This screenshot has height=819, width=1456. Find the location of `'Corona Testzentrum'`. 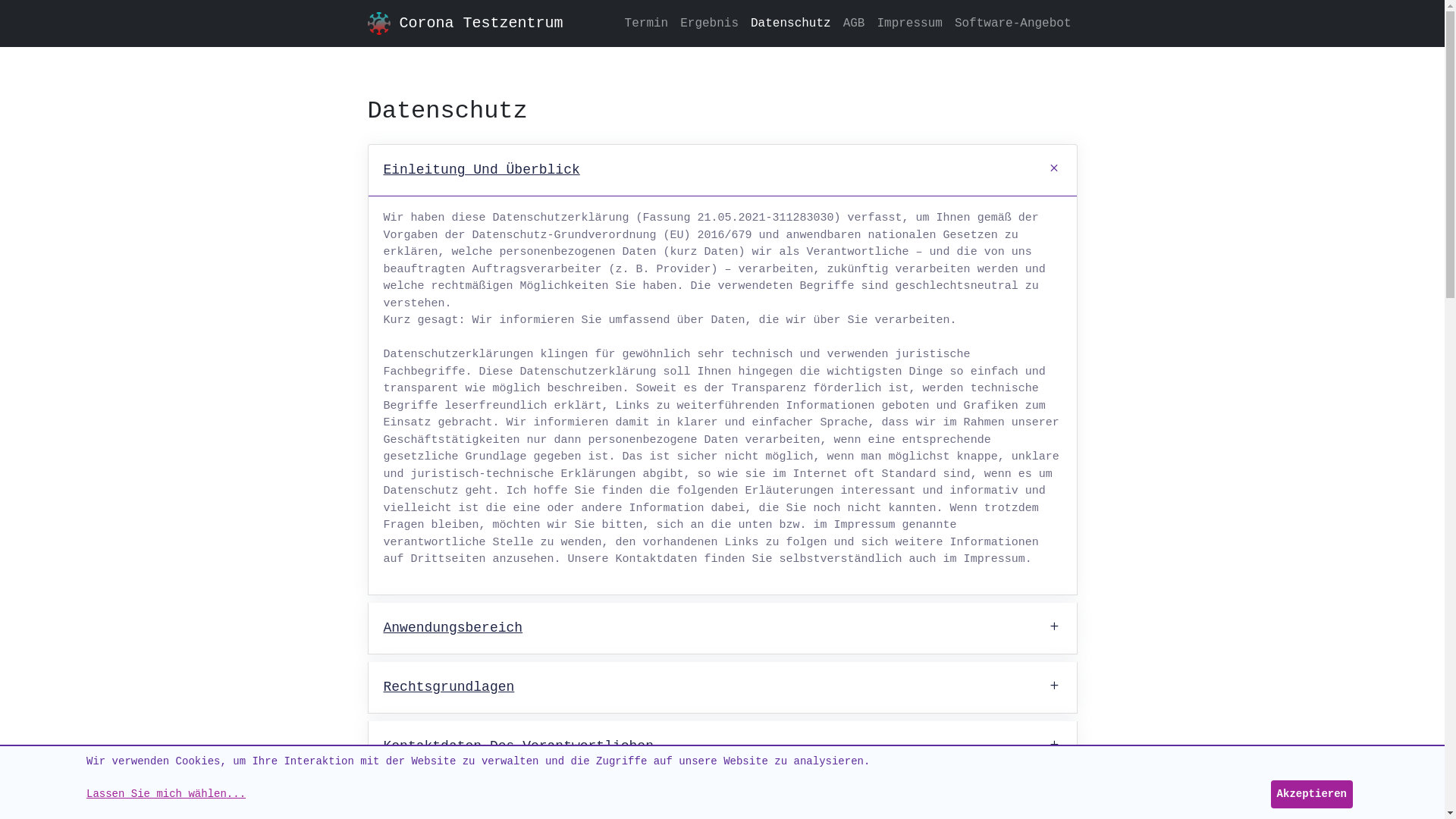

'Corona Testzentrum' is located at coordinates (479, 23).